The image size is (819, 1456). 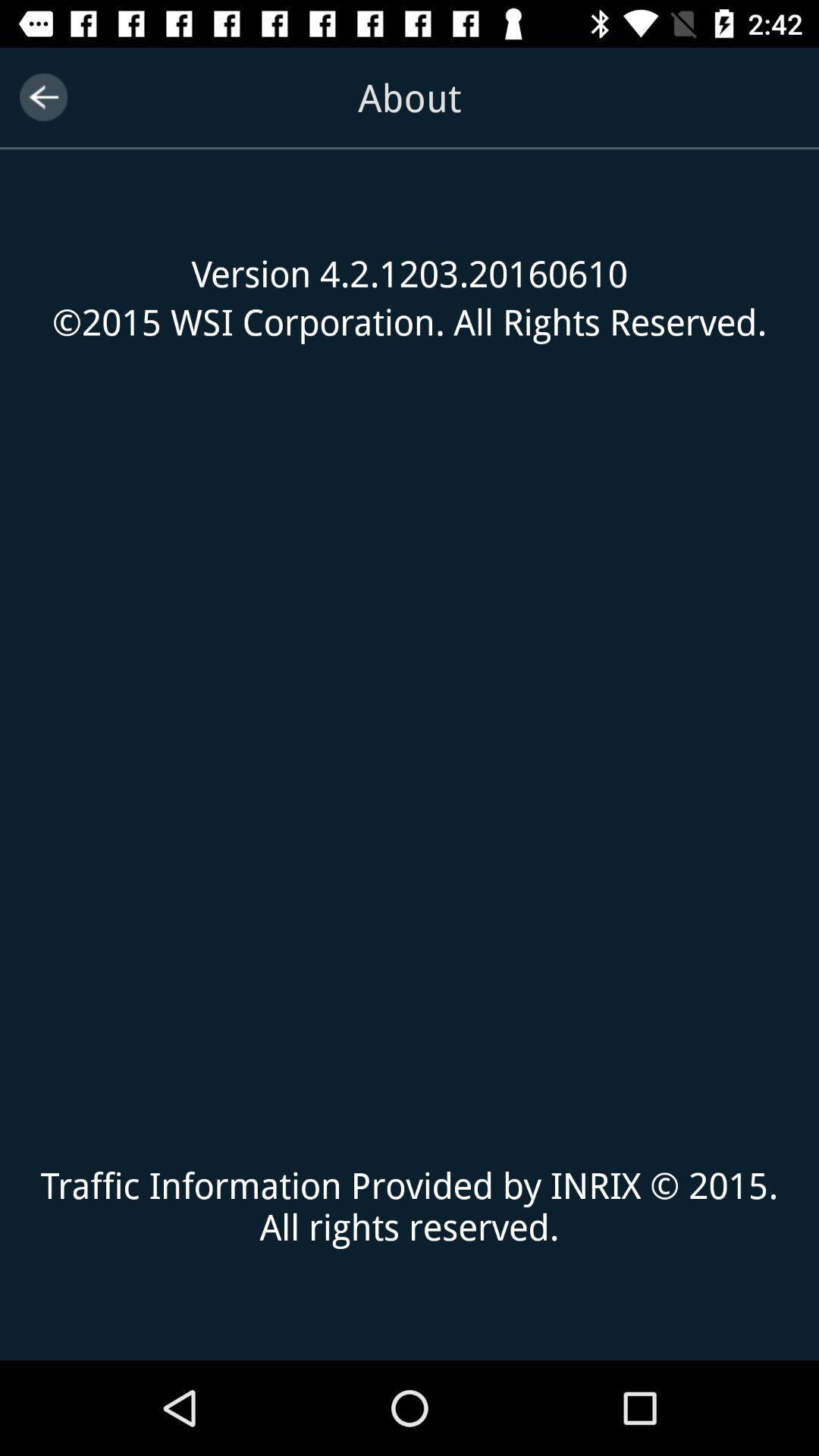 I want to click on the left arrow button which is left side of about, so click(x=42, y=96).